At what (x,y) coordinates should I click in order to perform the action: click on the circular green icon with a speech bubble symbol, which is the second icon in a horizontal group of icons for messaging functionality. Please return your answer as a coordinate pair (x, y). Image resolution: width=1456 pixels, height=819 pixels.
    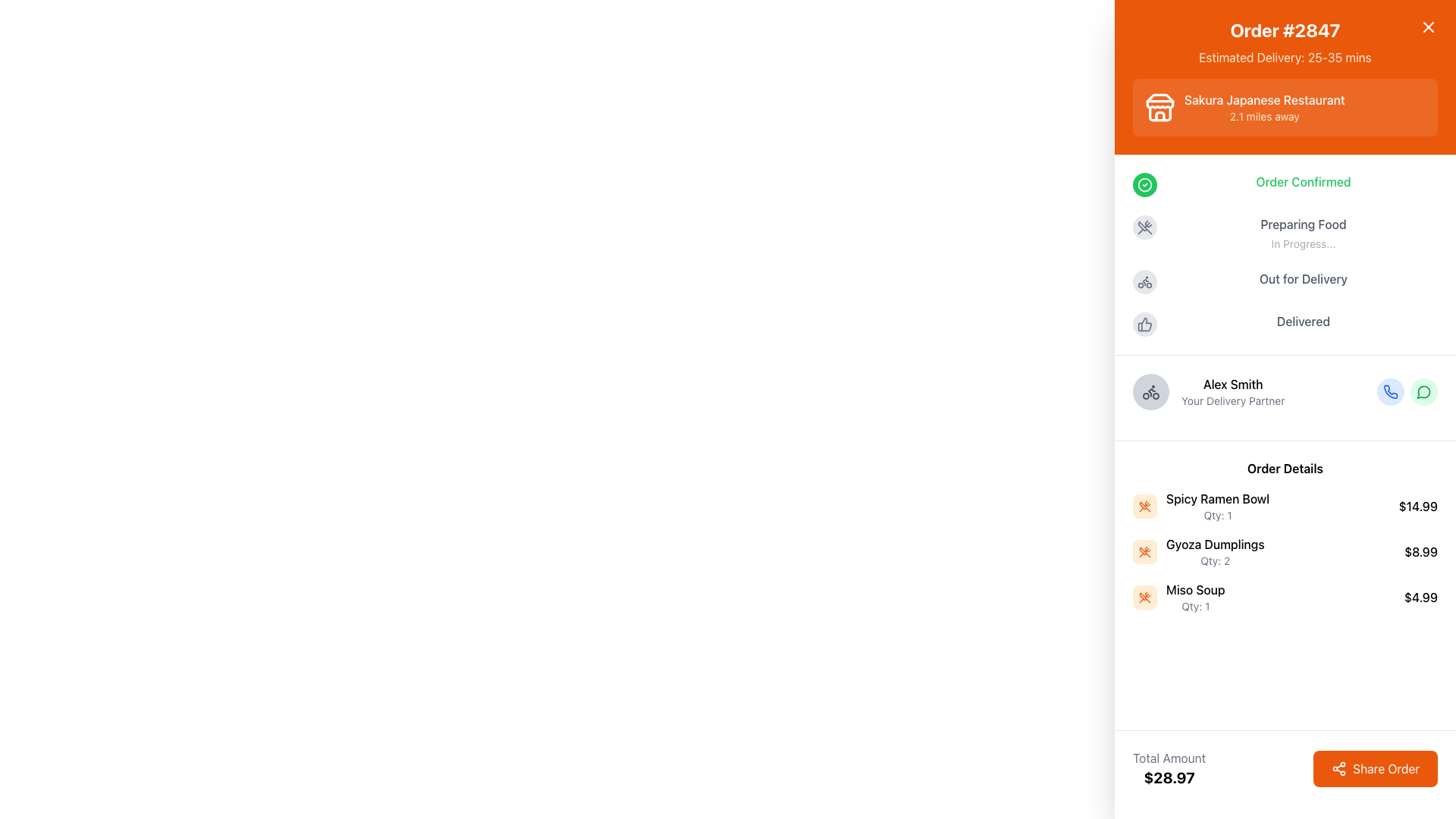
    Looking at the image, I should click on (1423, 391).